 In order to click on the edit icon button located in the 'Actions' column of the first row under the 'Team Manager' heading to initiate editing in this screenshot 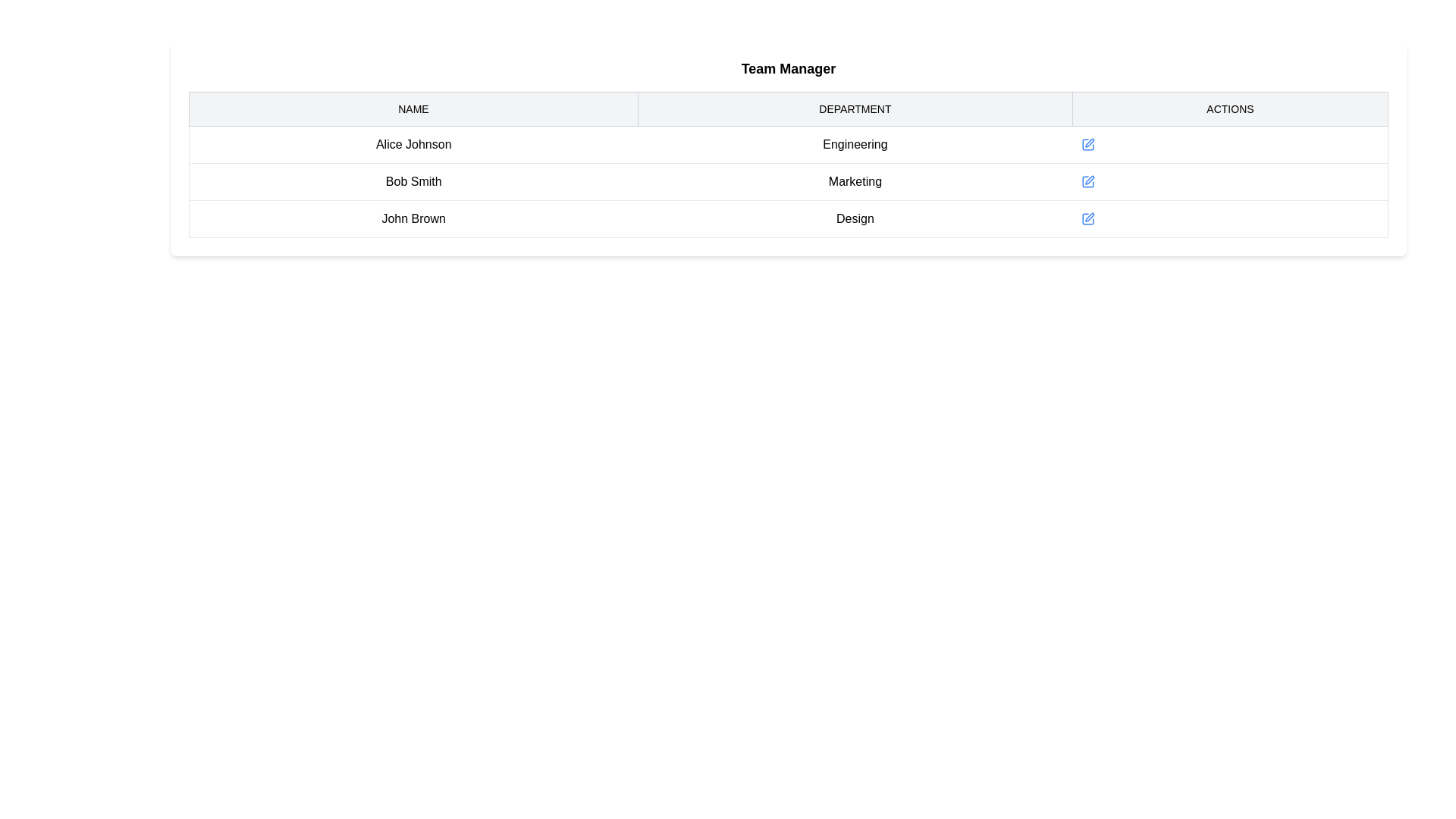, I will do `click(1088, 143)`.